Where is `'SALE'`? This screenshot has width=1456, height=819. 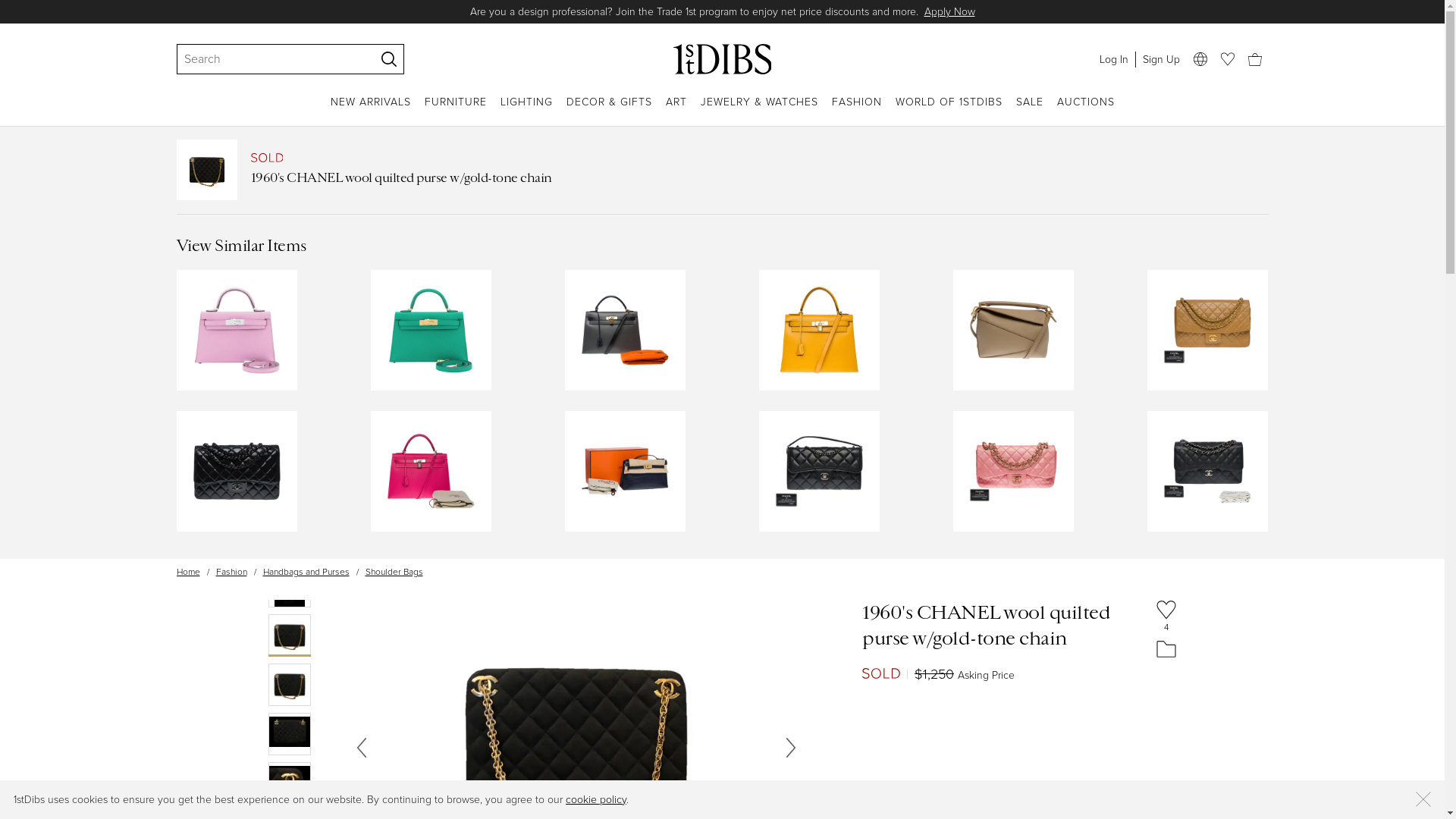 'SALE' is located at coordinates (1015, 109).